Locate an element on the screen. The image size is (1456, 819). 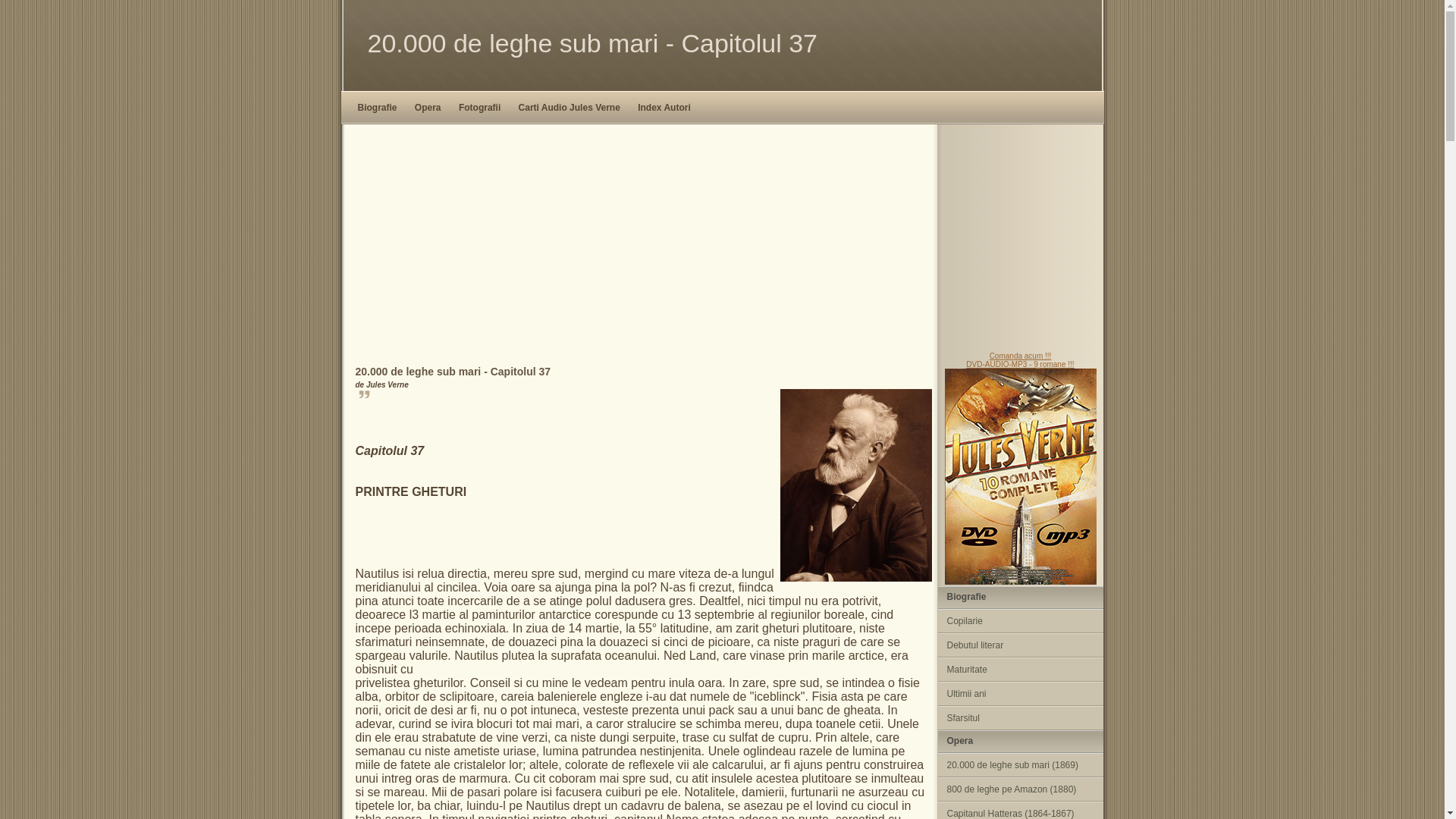
'Opera' is located at coordinates (411, 107).